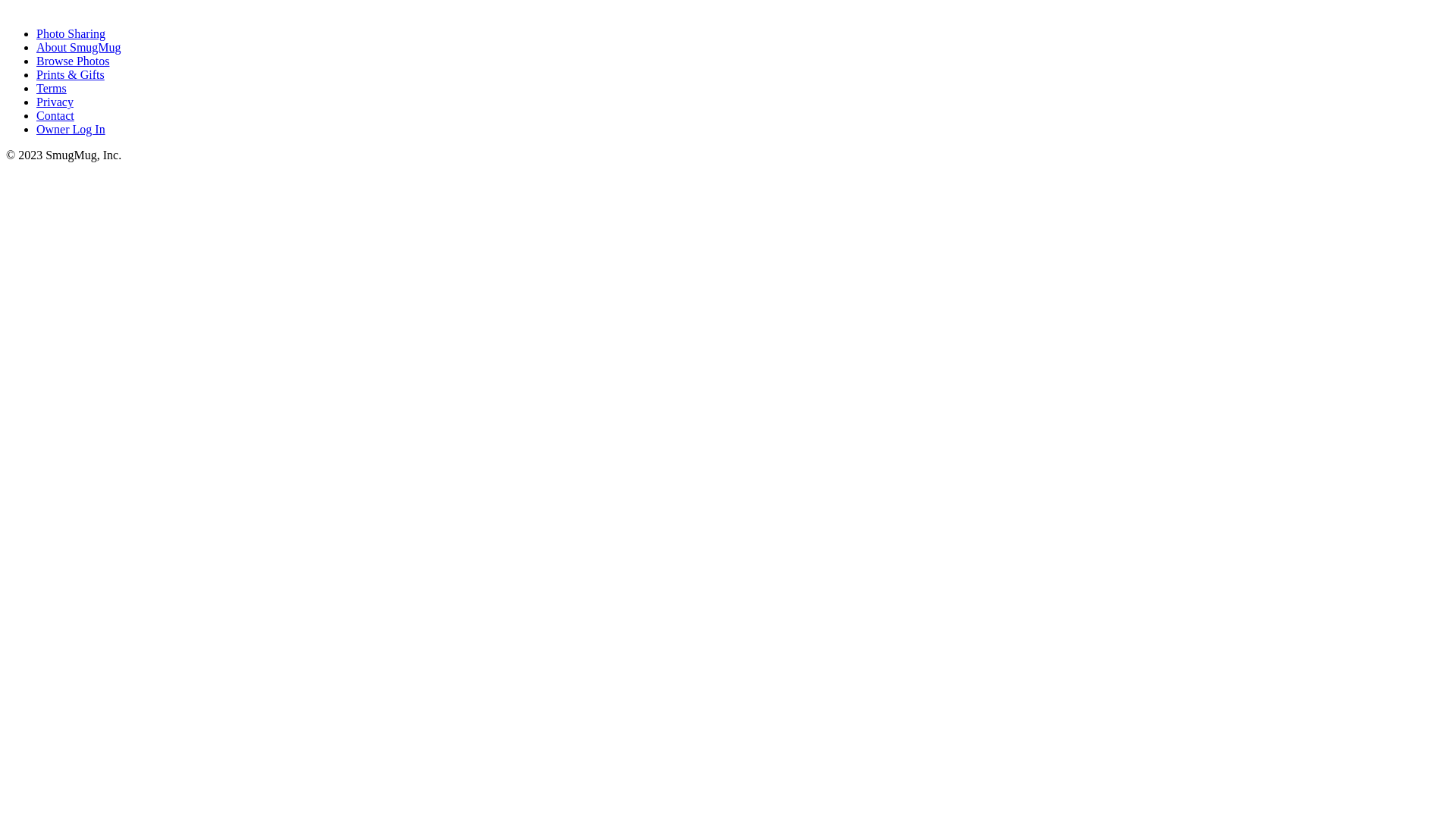 The width and height of the screenshot is (1456, 819). I want to click on 'Owner Log In', so click(70, 128).